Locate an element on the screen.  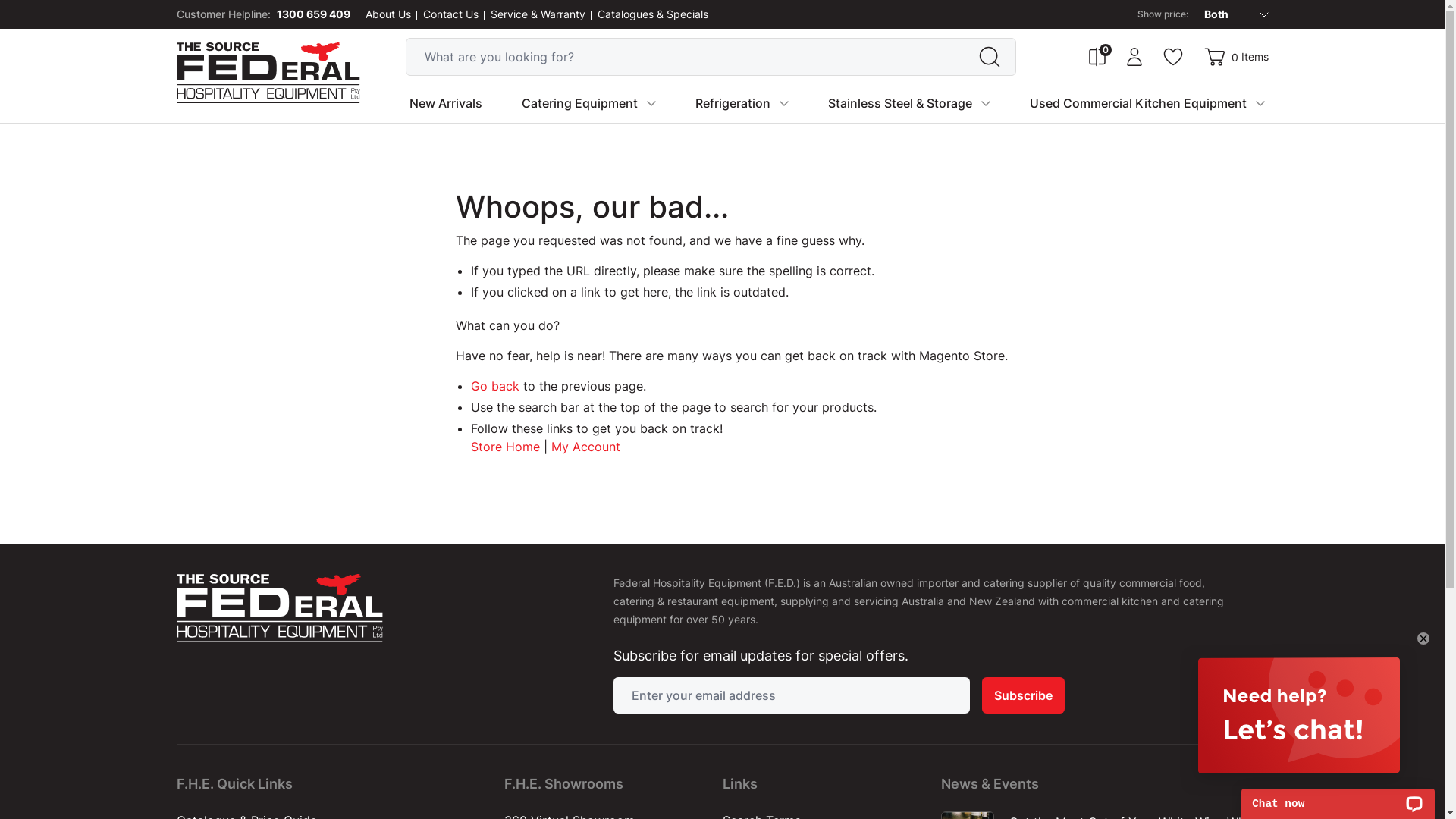
'1300 659 409' is located at coordinates (312, 14).